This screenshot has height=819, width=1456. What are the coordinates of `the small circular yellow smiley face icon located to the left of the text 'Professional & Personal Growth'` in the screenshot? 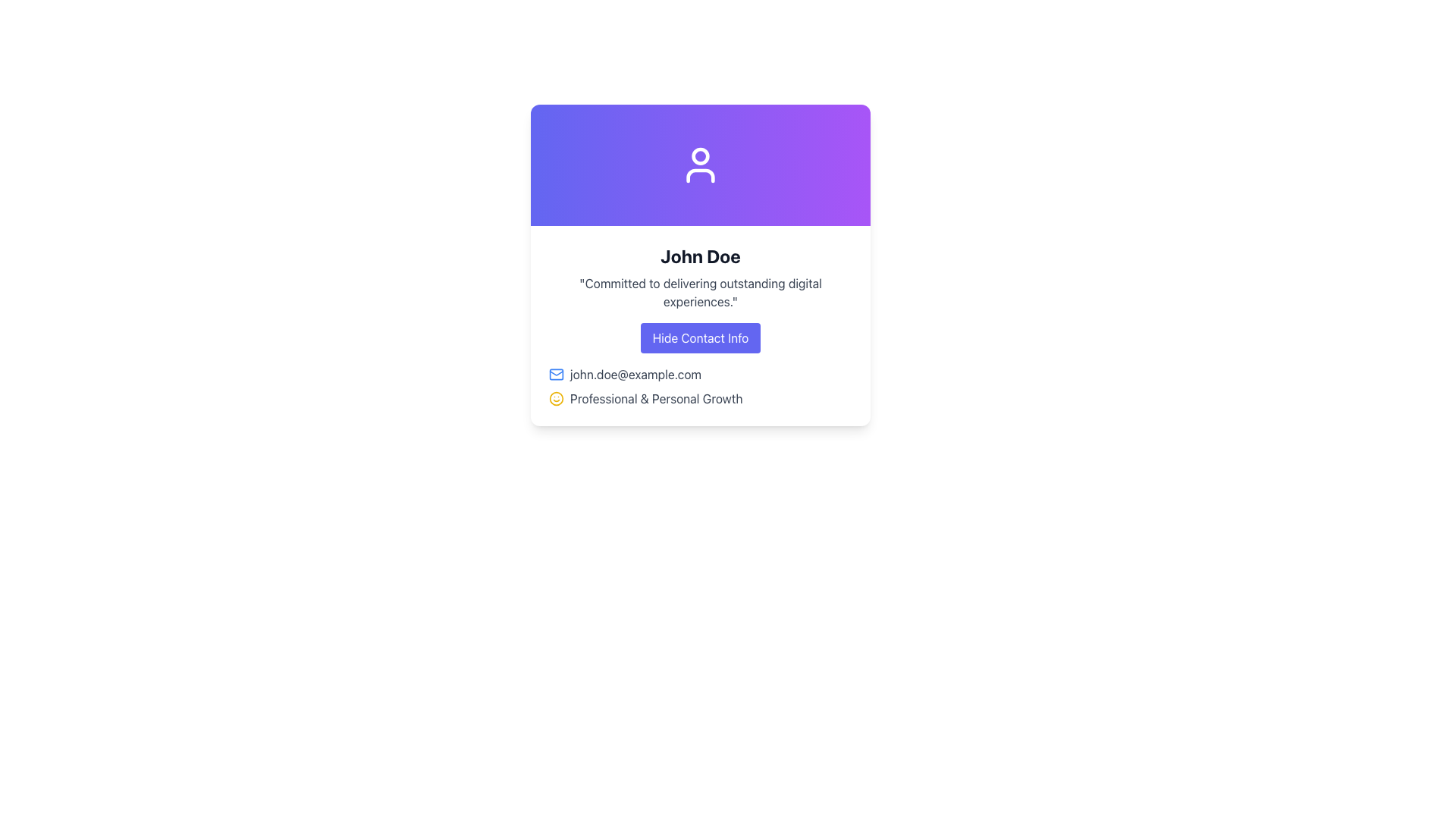 It's located at (556, 397).